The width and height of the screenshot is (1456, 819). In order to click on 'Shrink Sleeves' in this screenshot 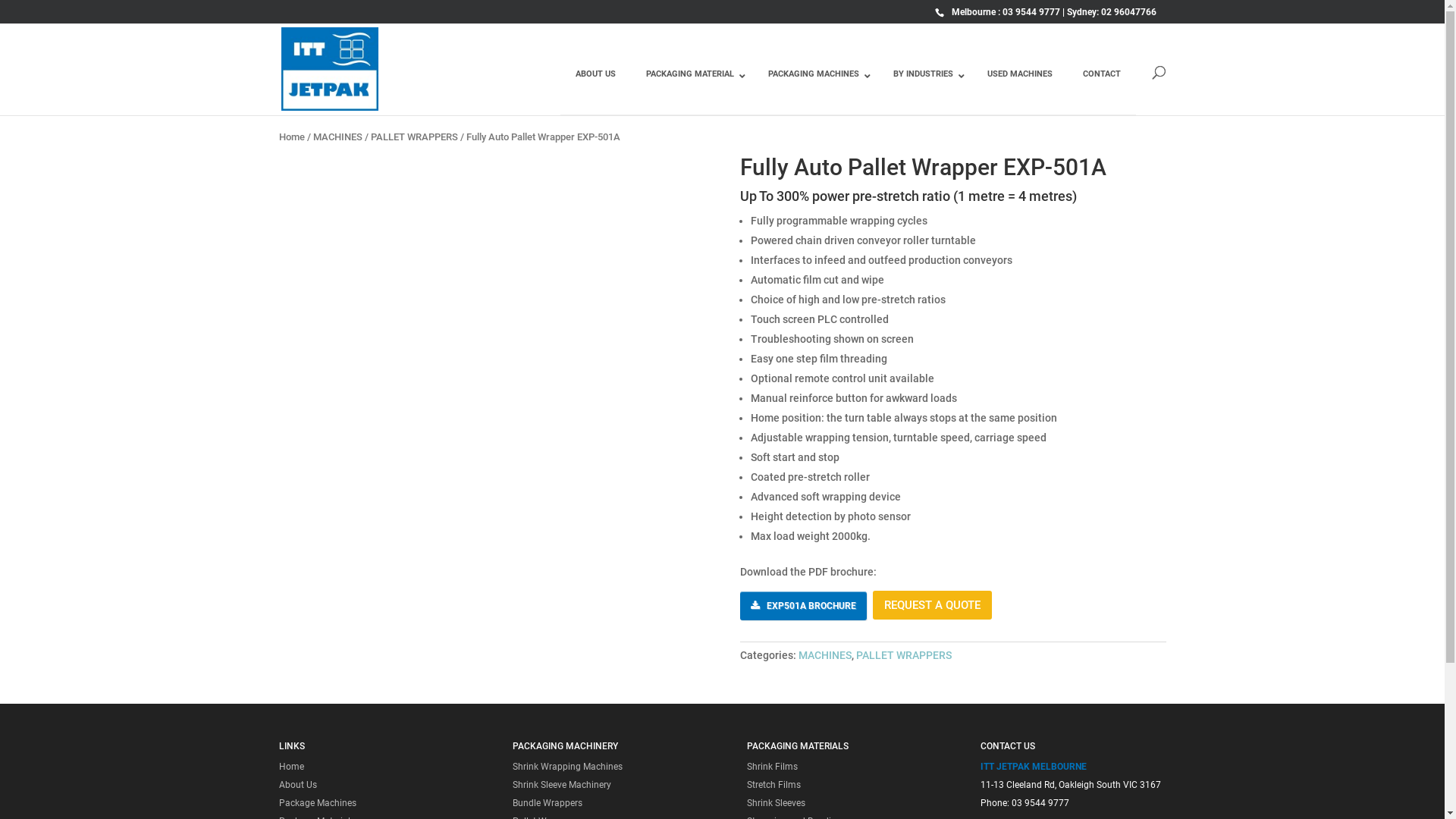, I will do `click(776, 802)`.